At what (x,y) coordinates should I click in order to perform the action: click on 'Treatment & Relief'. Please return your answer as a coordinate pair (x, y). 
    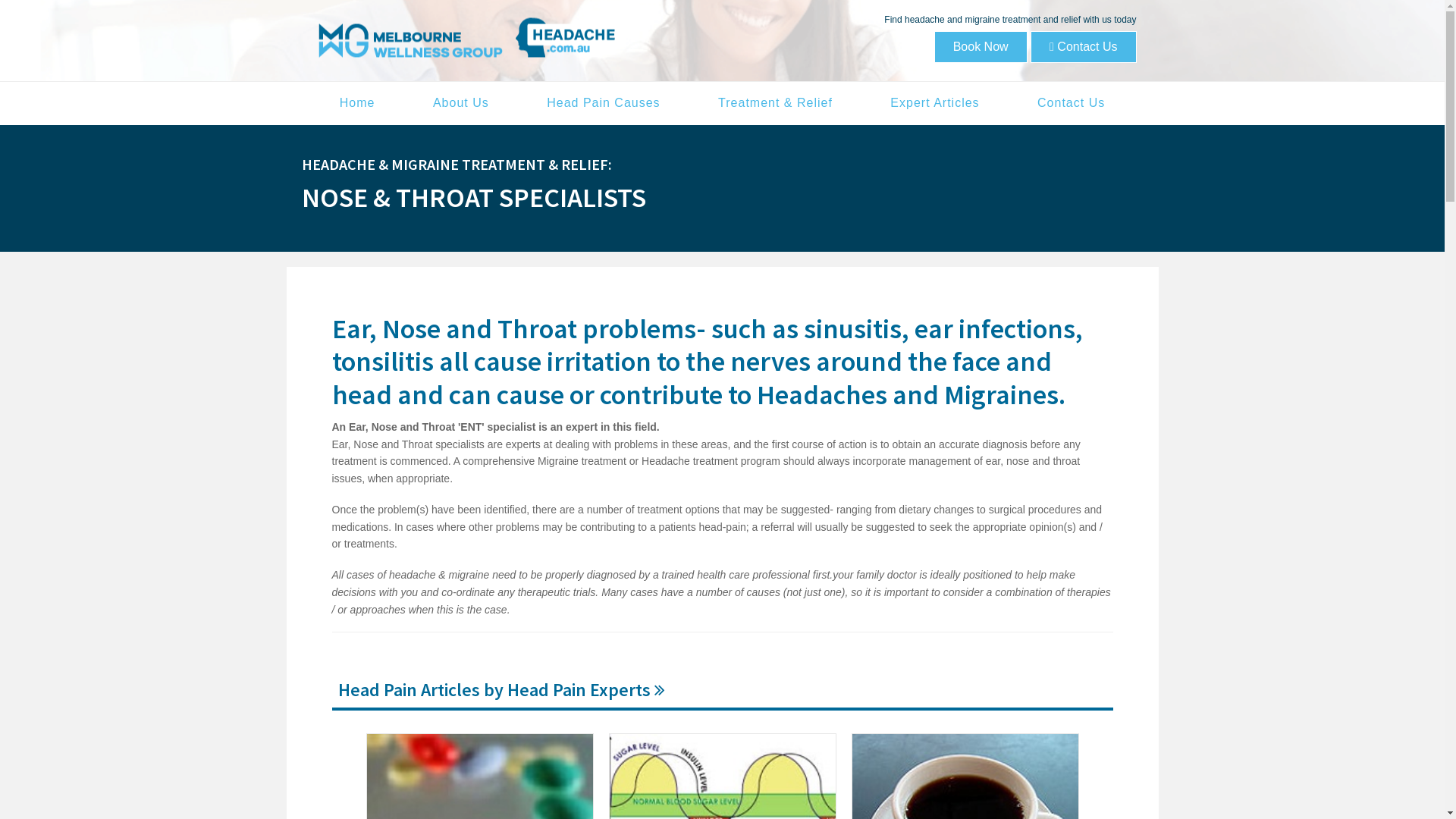
    Looking at the image, I should click on (775, 102).